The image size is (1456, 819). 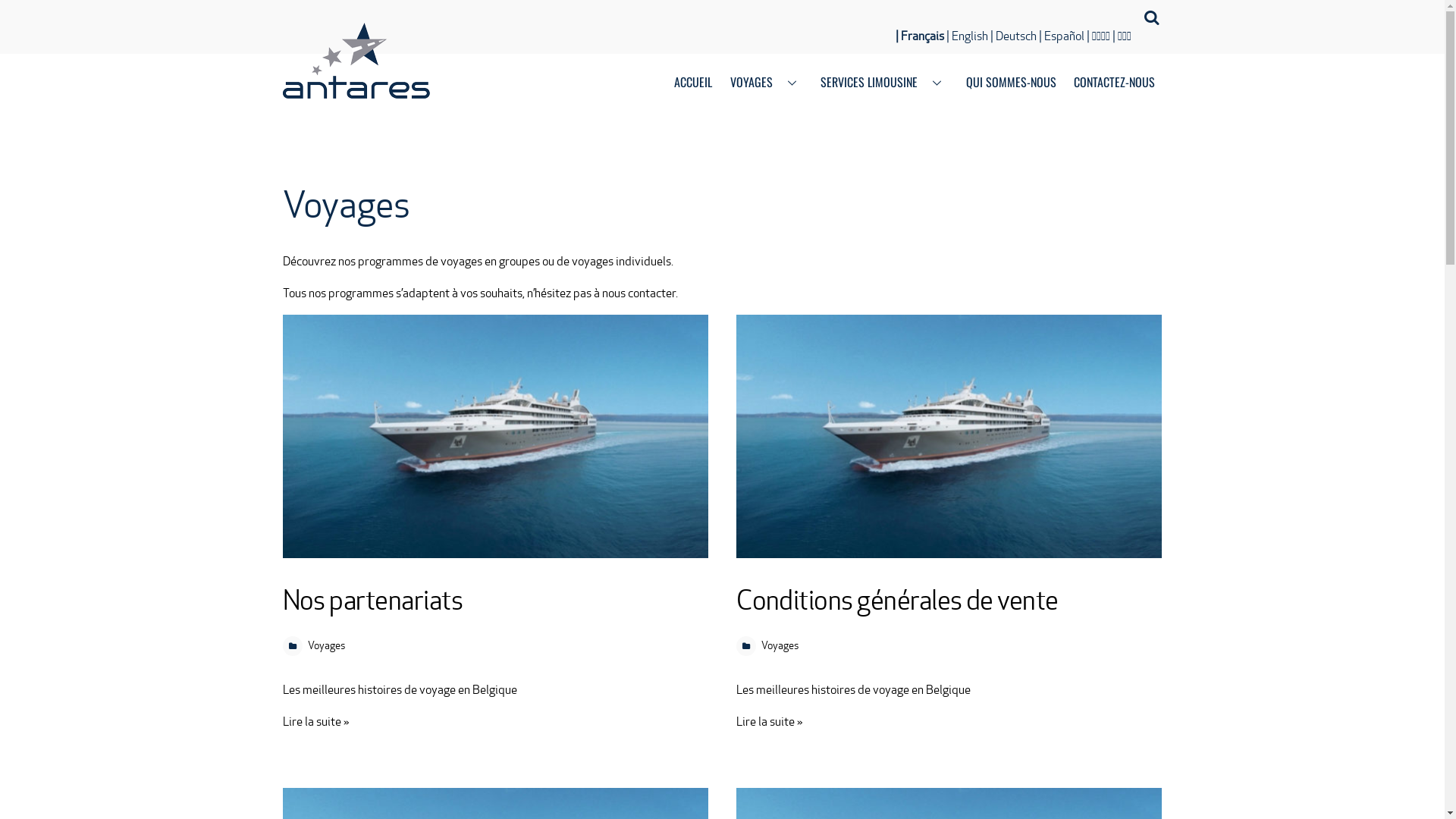 I want to click on 'ACCUEIL', so click(x=692, y=83).